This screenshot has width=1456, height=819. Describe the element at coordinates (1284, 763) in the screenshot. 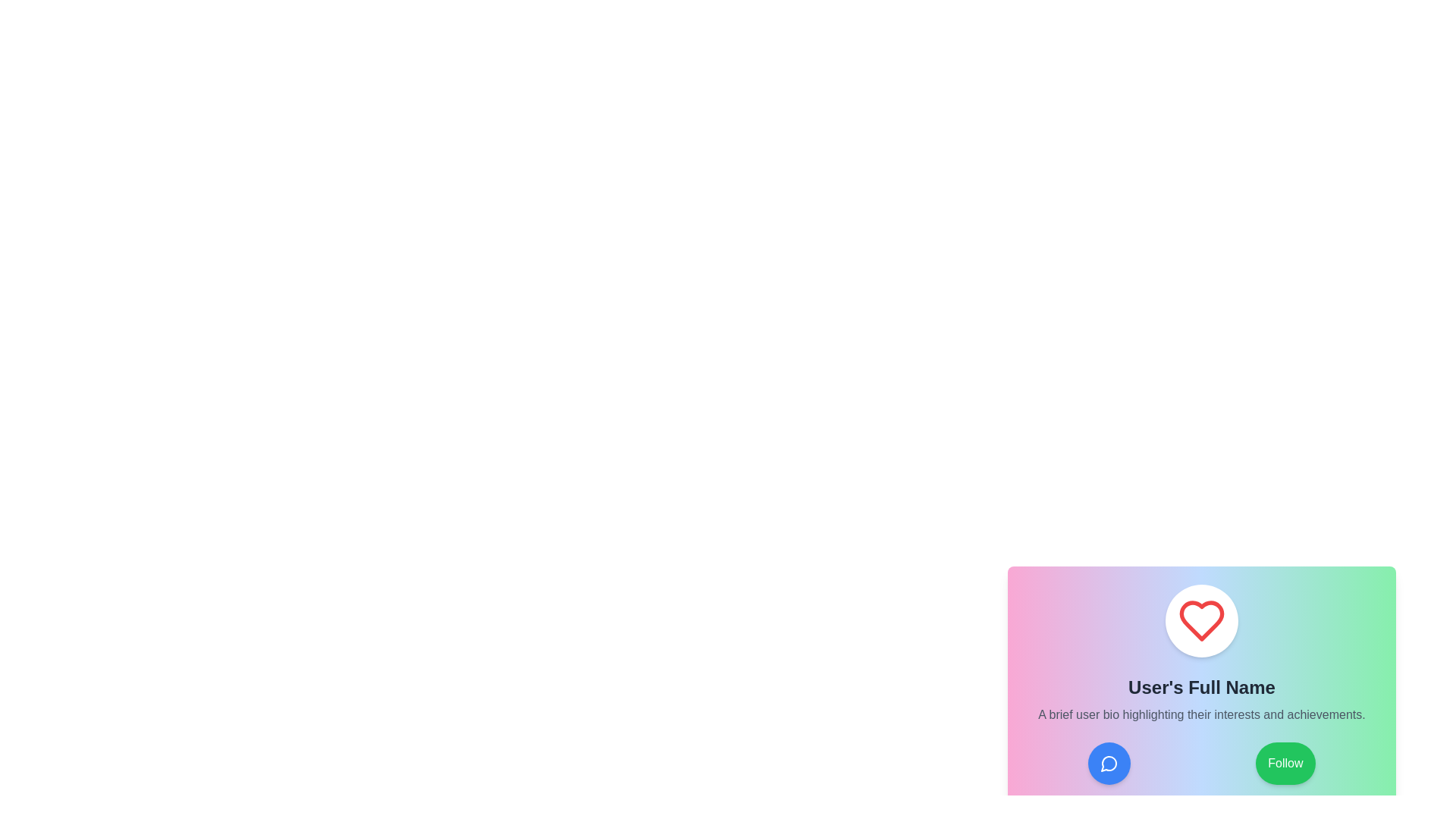

I see `the follow button located at the bottom-right corner of the gradient-colored card, adjacent to the blue circular button` at that location.